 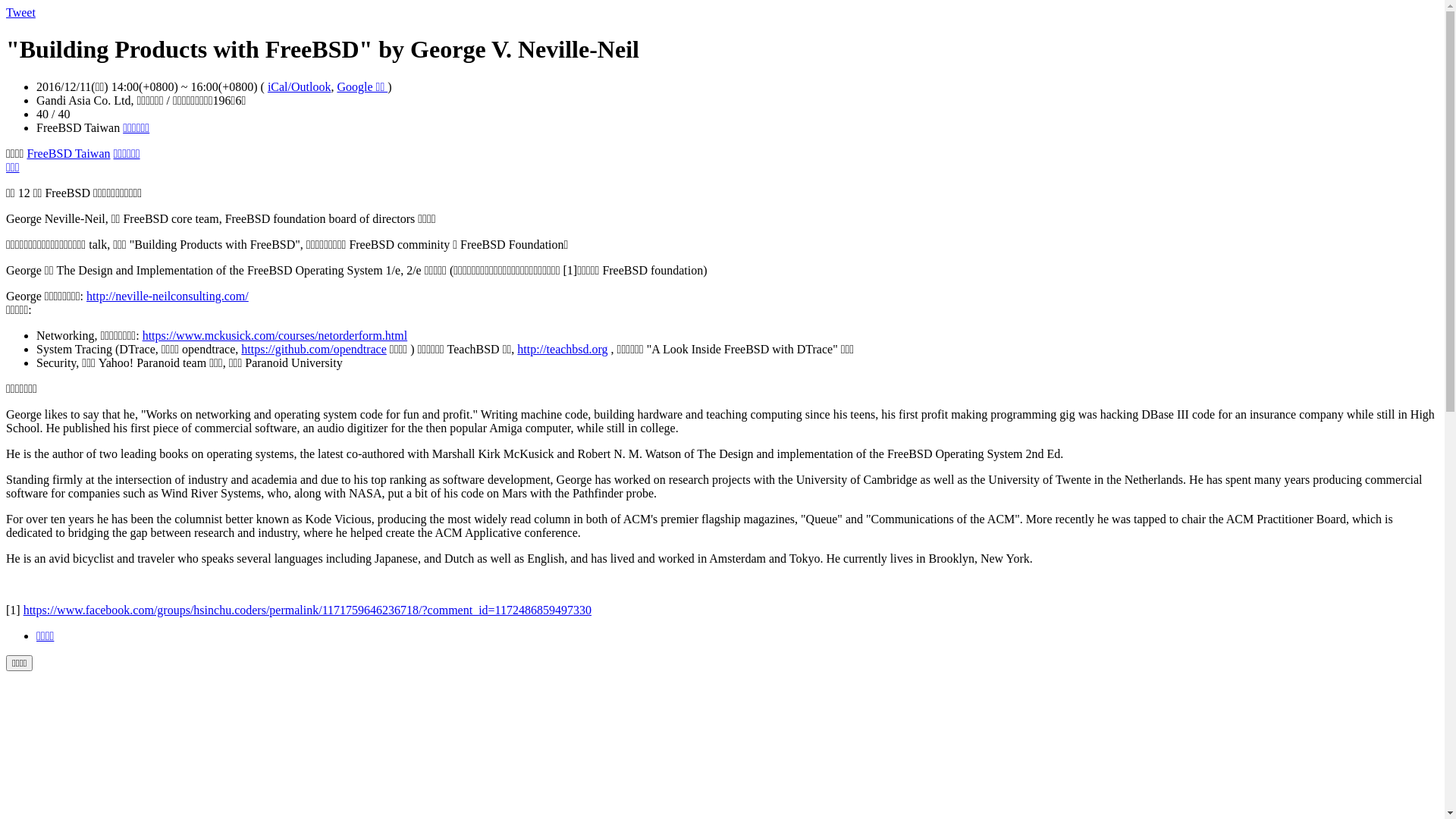 What do you see at coordinates (275, 334) in the screenshot?
I see `'https://www.mckusick.com/courses/netorderform.html'` at bounding box center [275, 334].